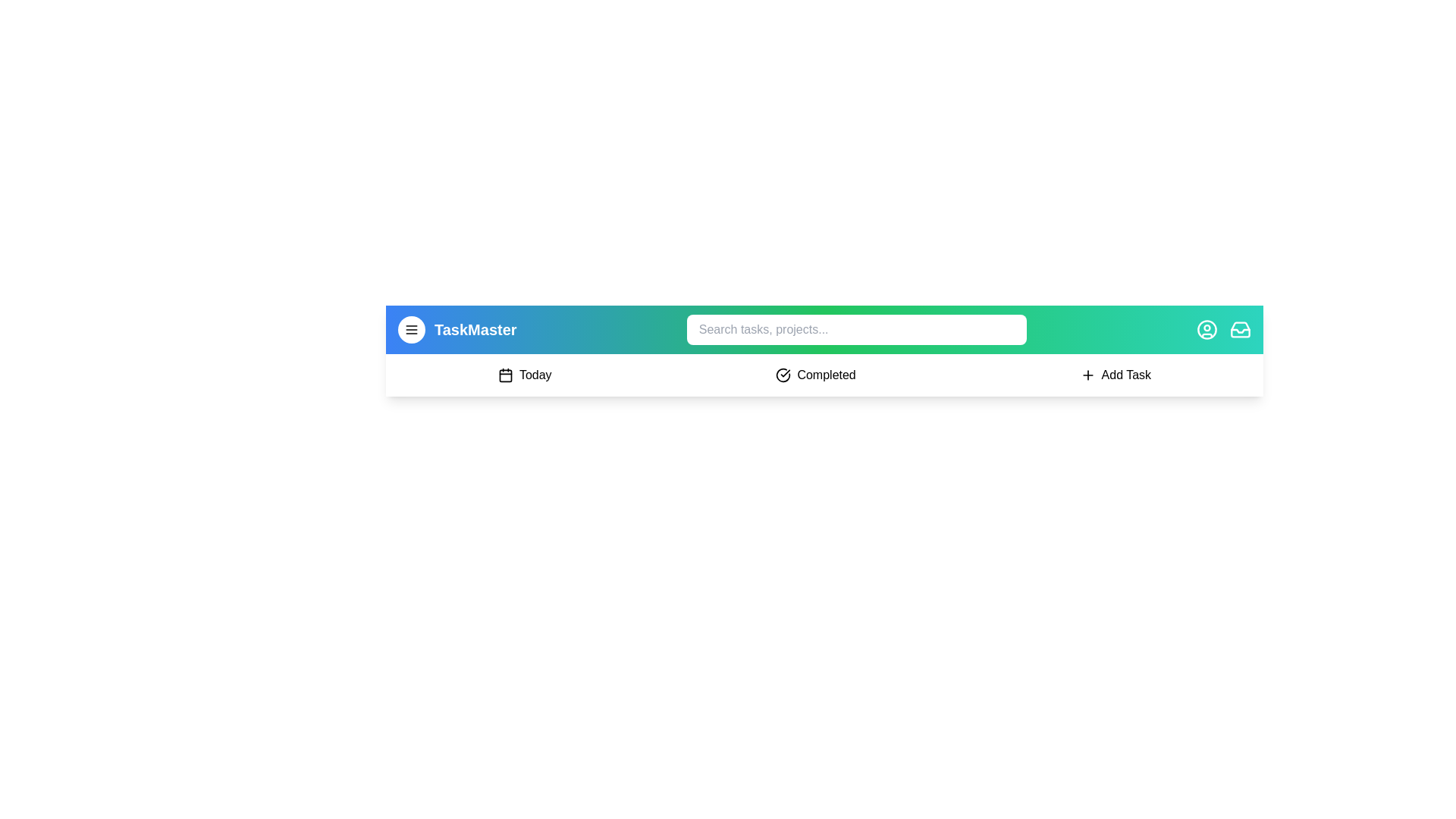  Describe the element at coordinates (814, 375) in the screenshot. I see `the 'Completed' button to navigate to the 'Completed' section` at that location.